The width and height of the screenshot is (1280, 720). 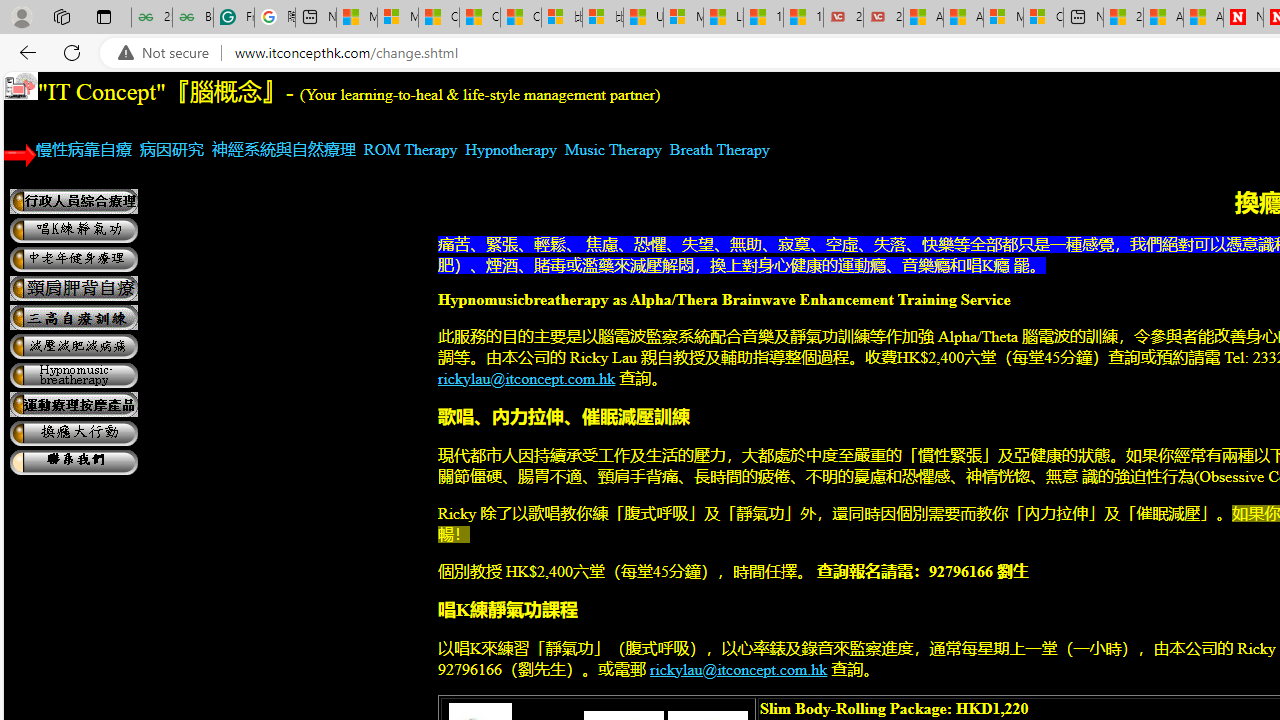 What do you see at coordinates (192, 17) in the screenshot?
I see `'Best SSL Certificates Provider in India - GeeksforGeeks'` at bounding box center [192, 17].